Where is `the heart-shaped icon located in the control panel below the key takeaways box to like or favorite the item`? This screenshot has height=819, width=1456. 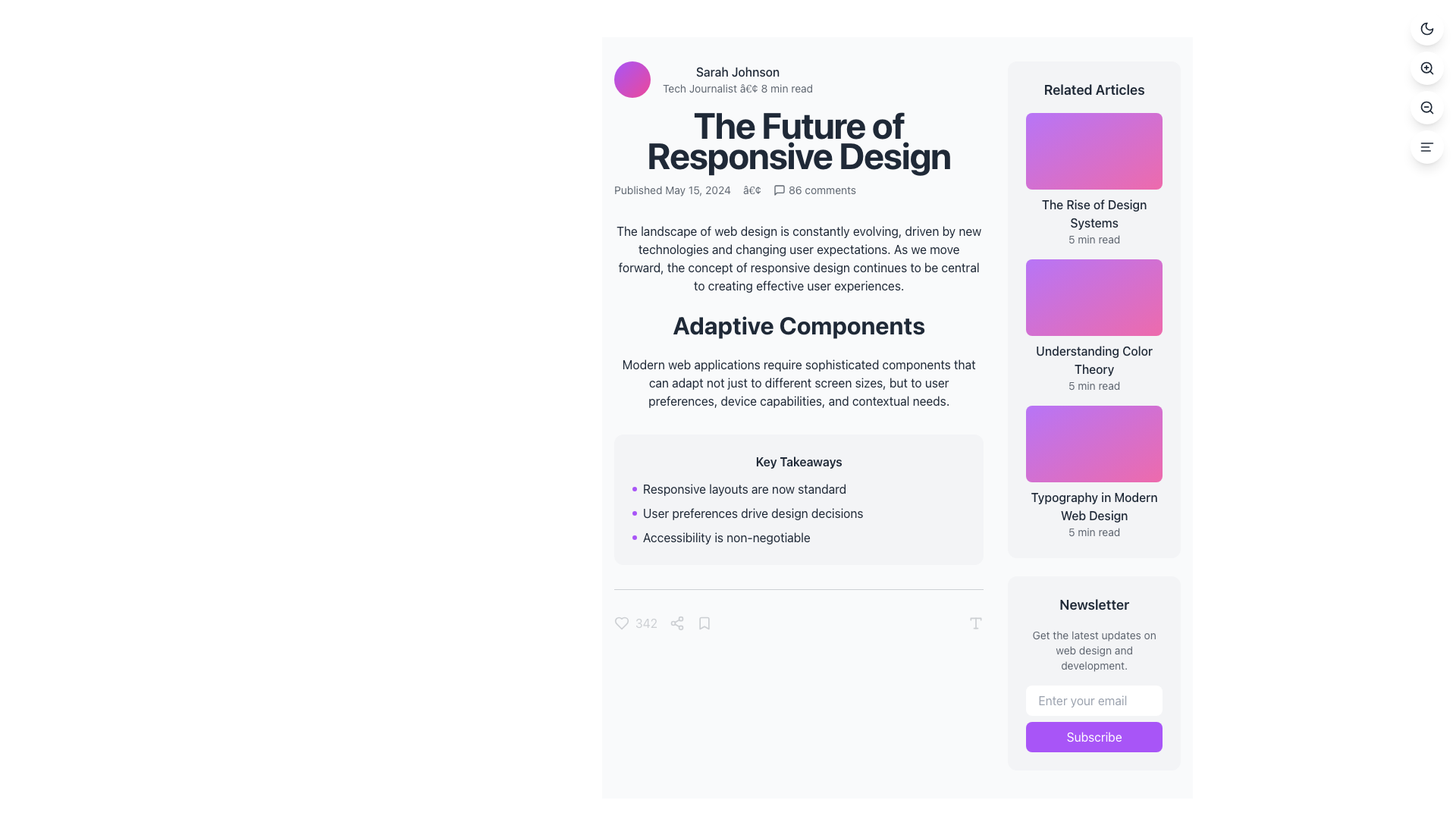
the heart-shaped icon located in the control panel below the key takeaways box to like or favorite the item is located at coordinates (622, 623).